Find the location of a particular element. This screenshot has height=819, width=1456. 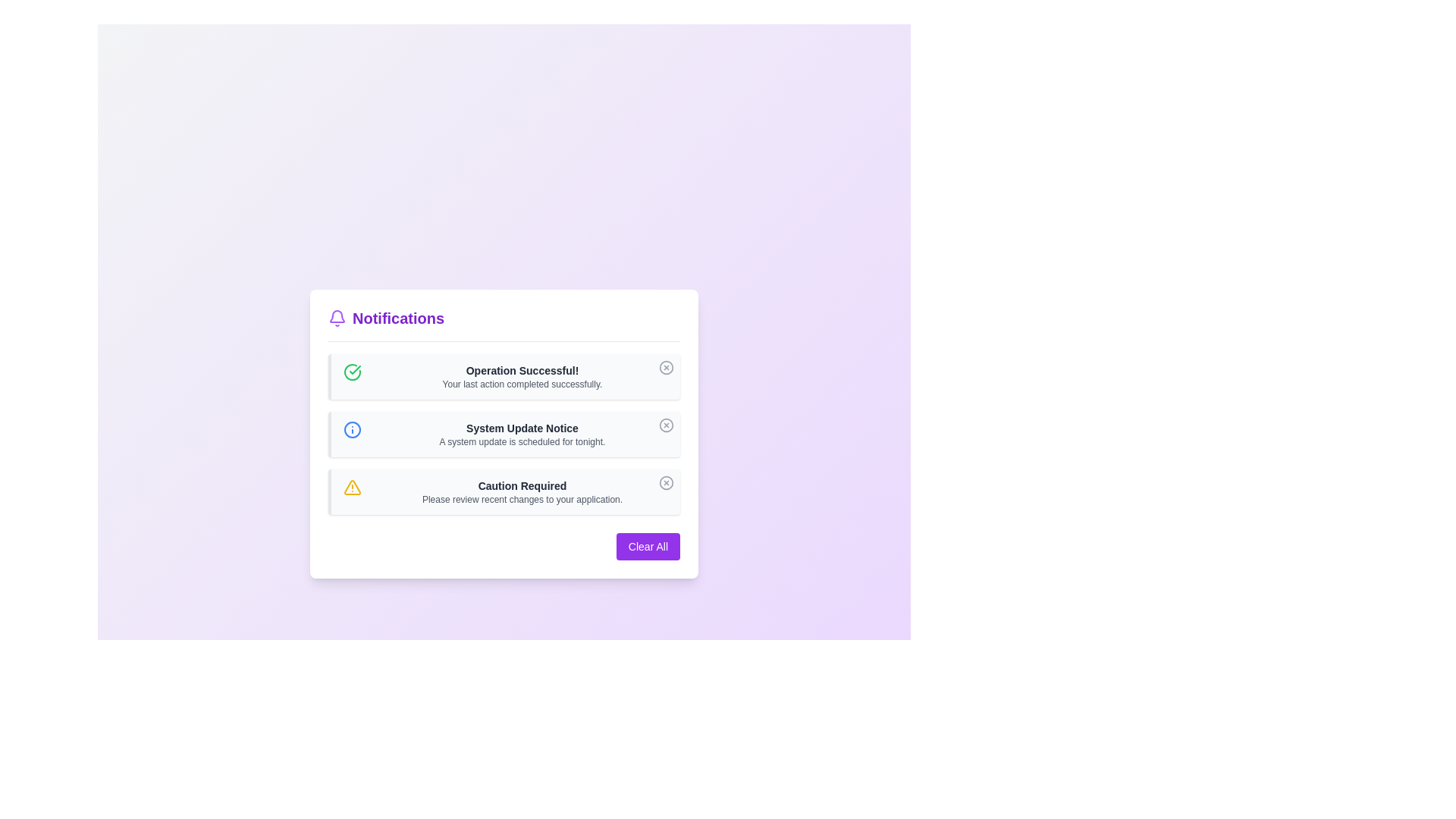

notification text from the 'Caution Required' notification card, which is the last item in the notification list is located at coordinates (504, 491).